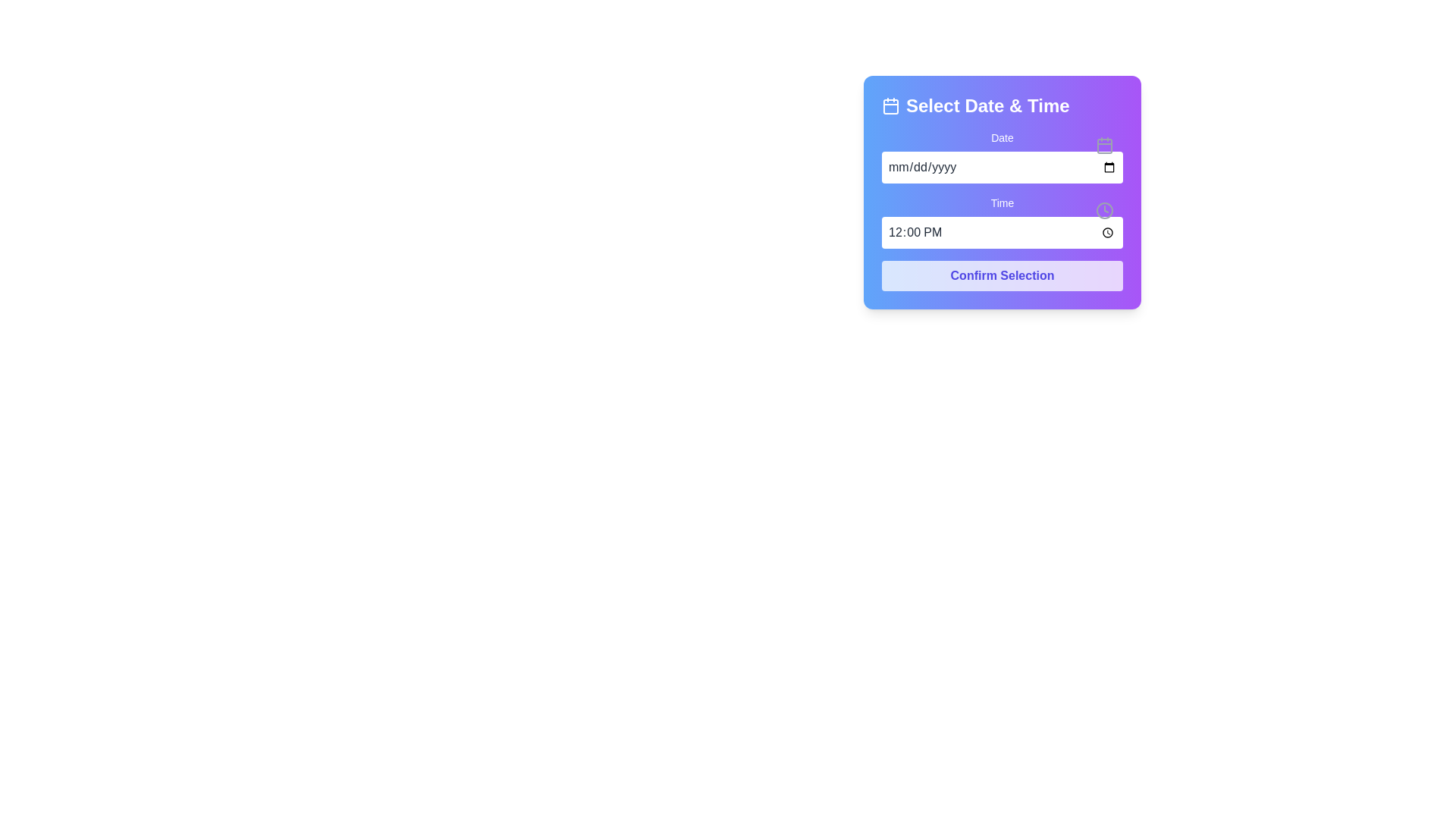  What do you see at coordinates (1105, 210) in the screenshot?
I see `the circular SVG element with a gray outline located in the clock icon to the right of the 'Time' input field in the 'Select Date & Time' interface` at bounding box center [1105, 210].